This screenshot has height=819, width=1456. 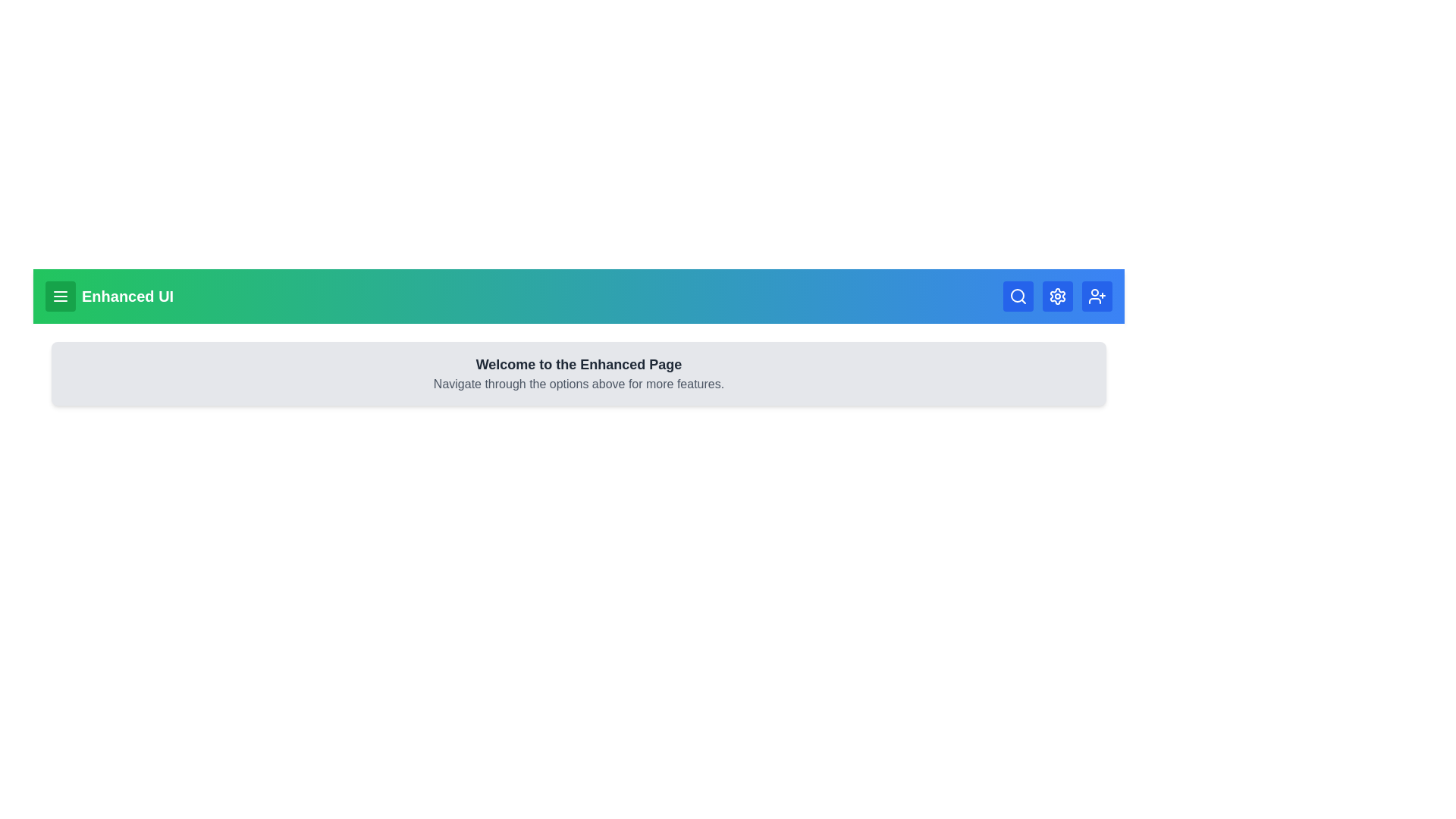 I want to click on the user add button, so click(x=1097, y=296).